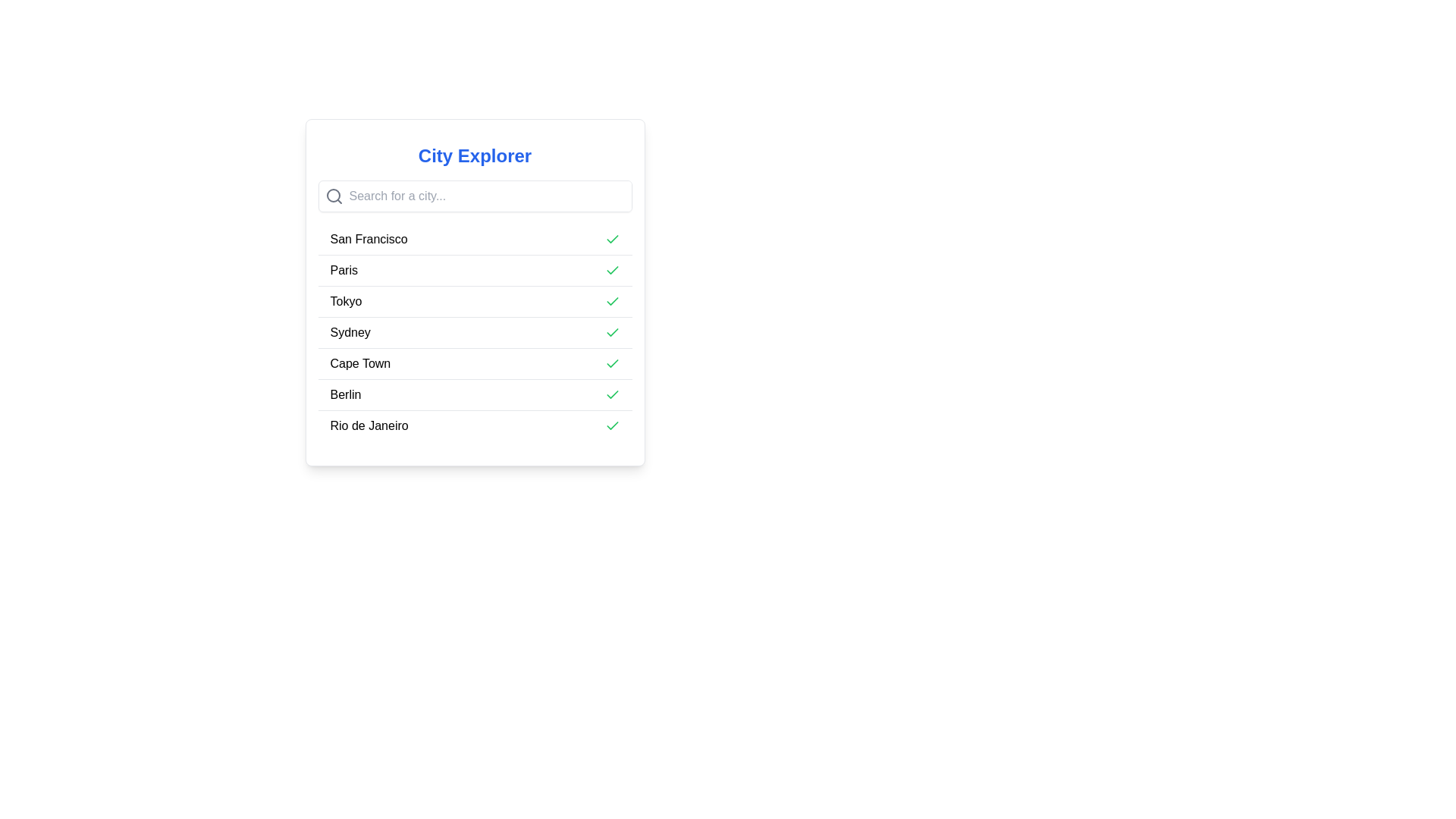  What do you see at coordinates (612, 331) in the screenshot?
I see `the checkmark icon indicating 'checked' status for the 'Sydney' row in the list` at bounding box center [612, 331].